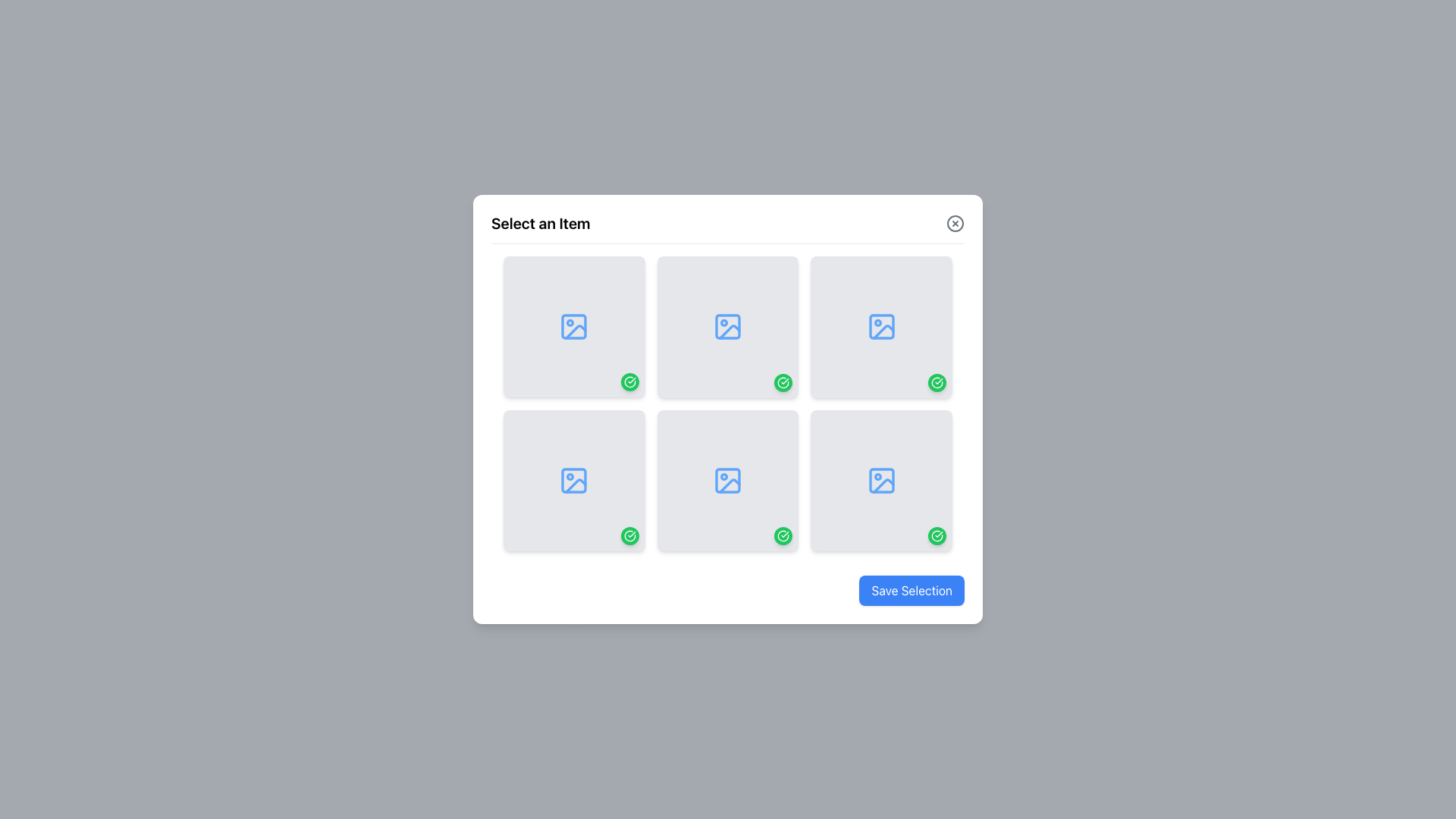 The width and height of the screenshot is (1456, 819). What do you see at coordinates (783, 535) in the screenshot?
I see `the checkmark icon with a green background located in the bottom-right corner of the sixth image placeholder on the interface` at bounding box center [783, 535].